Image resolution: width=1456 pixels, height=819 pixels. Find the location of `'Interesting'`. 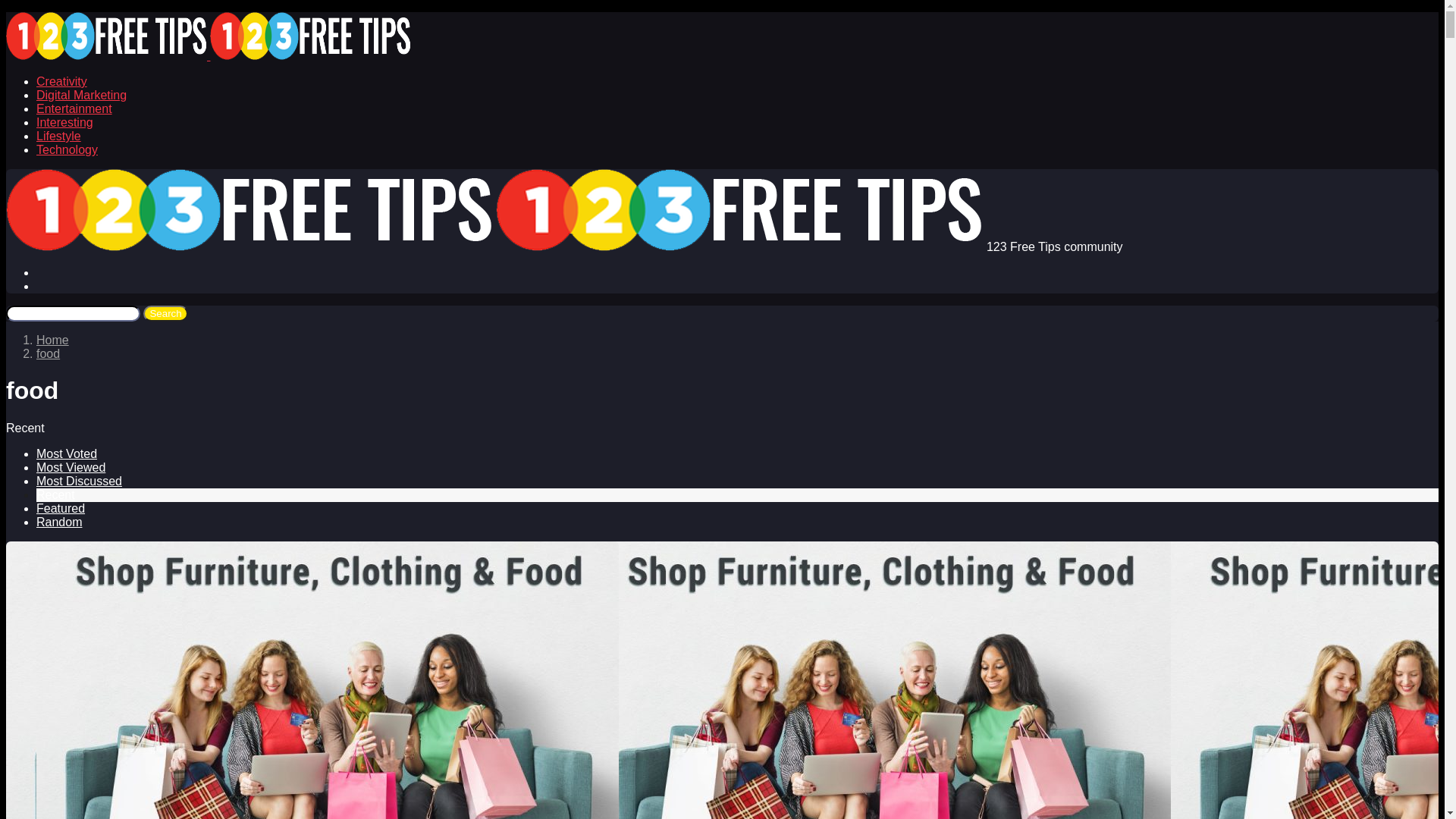

'Interesting' is located at coordinates (64, 121).